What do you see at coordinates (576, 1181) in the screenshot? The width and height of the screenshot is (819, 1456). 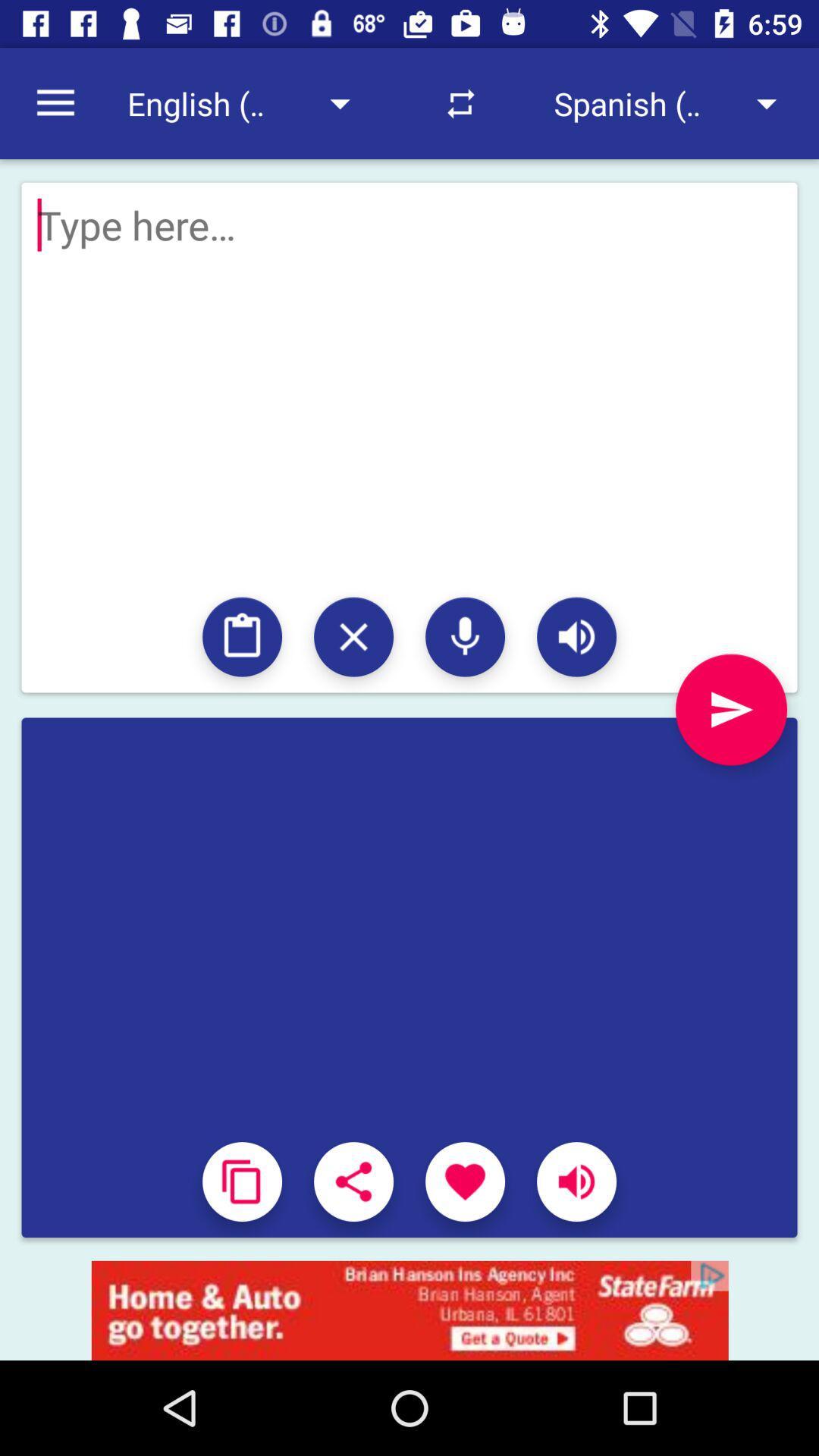 I see `adjust the volume` at bounding box center [576, 1181].